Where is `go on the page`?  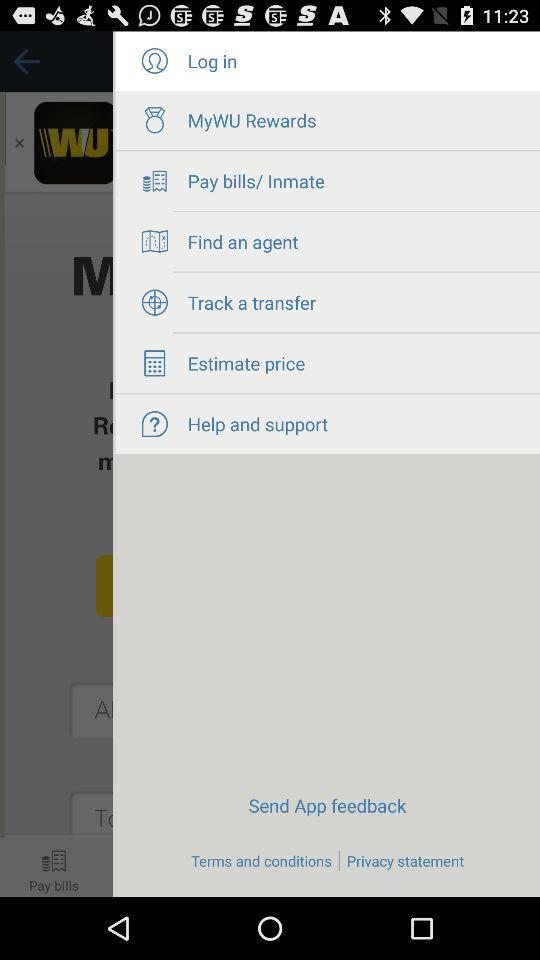
go on the page is located at coordinates (56, 464).